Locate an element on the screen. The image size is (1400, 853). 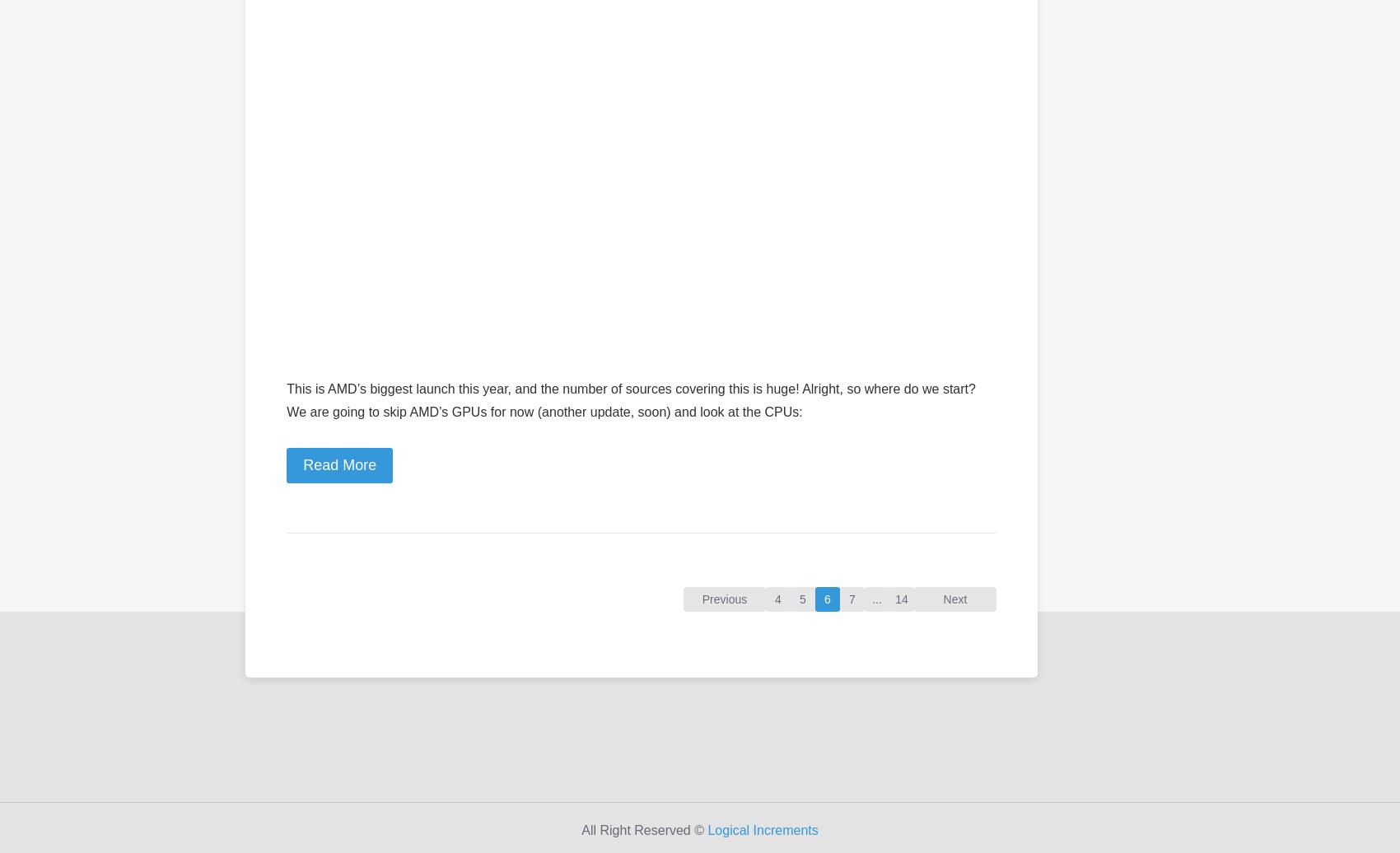
'Read More' is located at coordinates (302, 464).